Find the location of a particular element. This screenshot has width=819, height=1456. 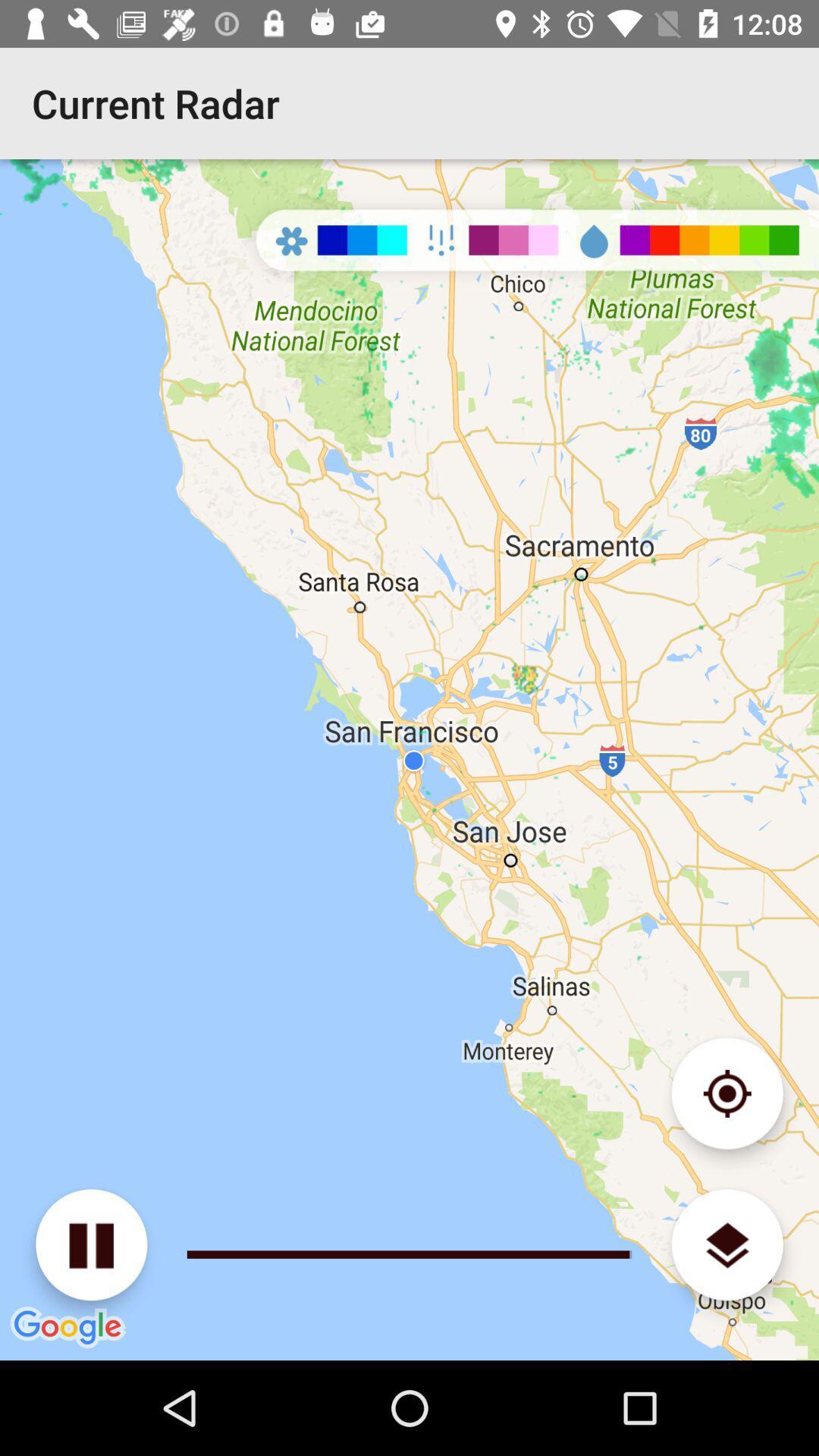

switch map layer is located at coordinates (726, 1244).